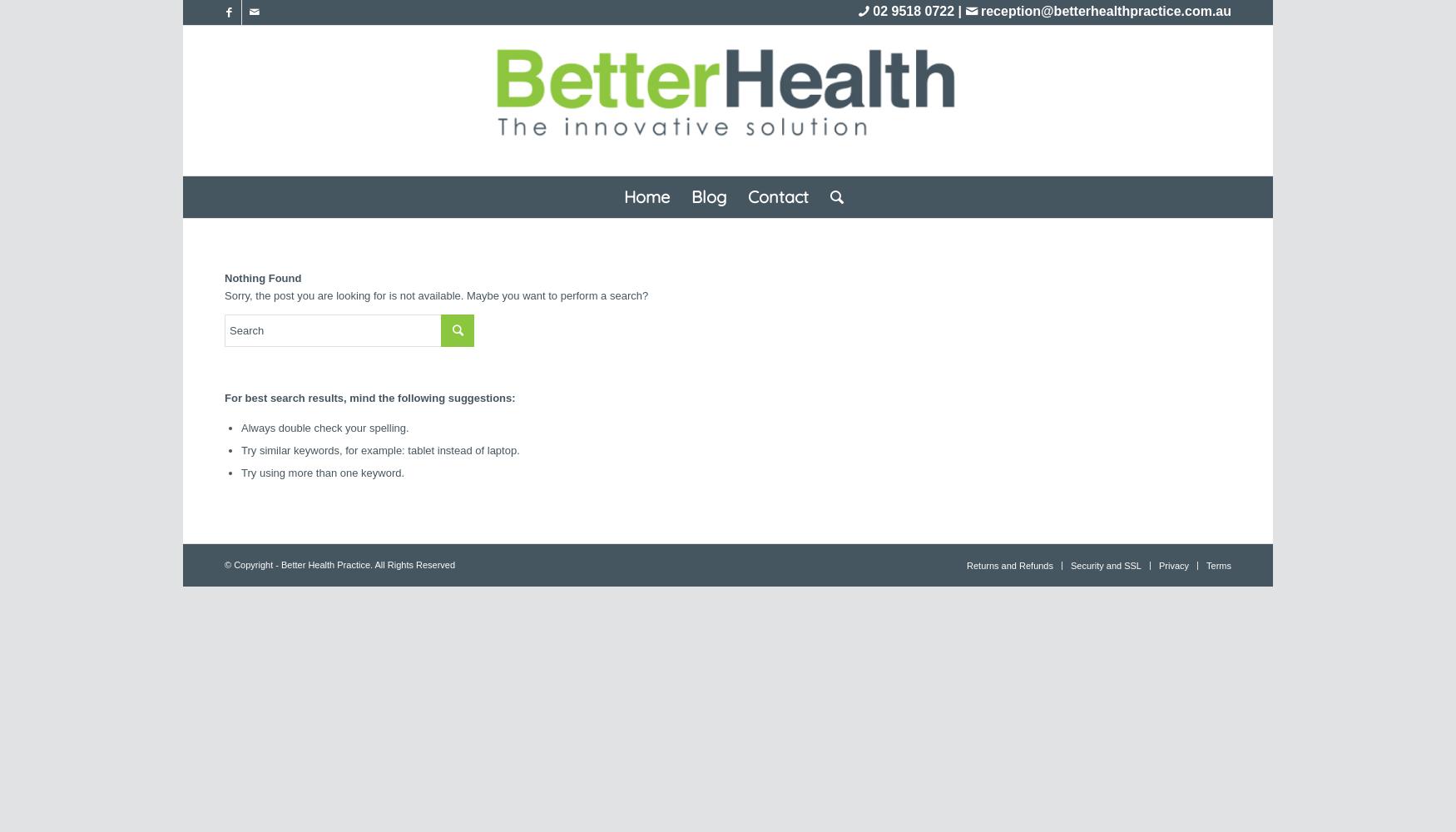 The width and height of the screenshot is (1456, 832). What do you see at coordinates (379, 449) in the screenshot?
I see `'Try similar keywords, for example: tablet instead of laptop.'` at bounding box center [379, 449].